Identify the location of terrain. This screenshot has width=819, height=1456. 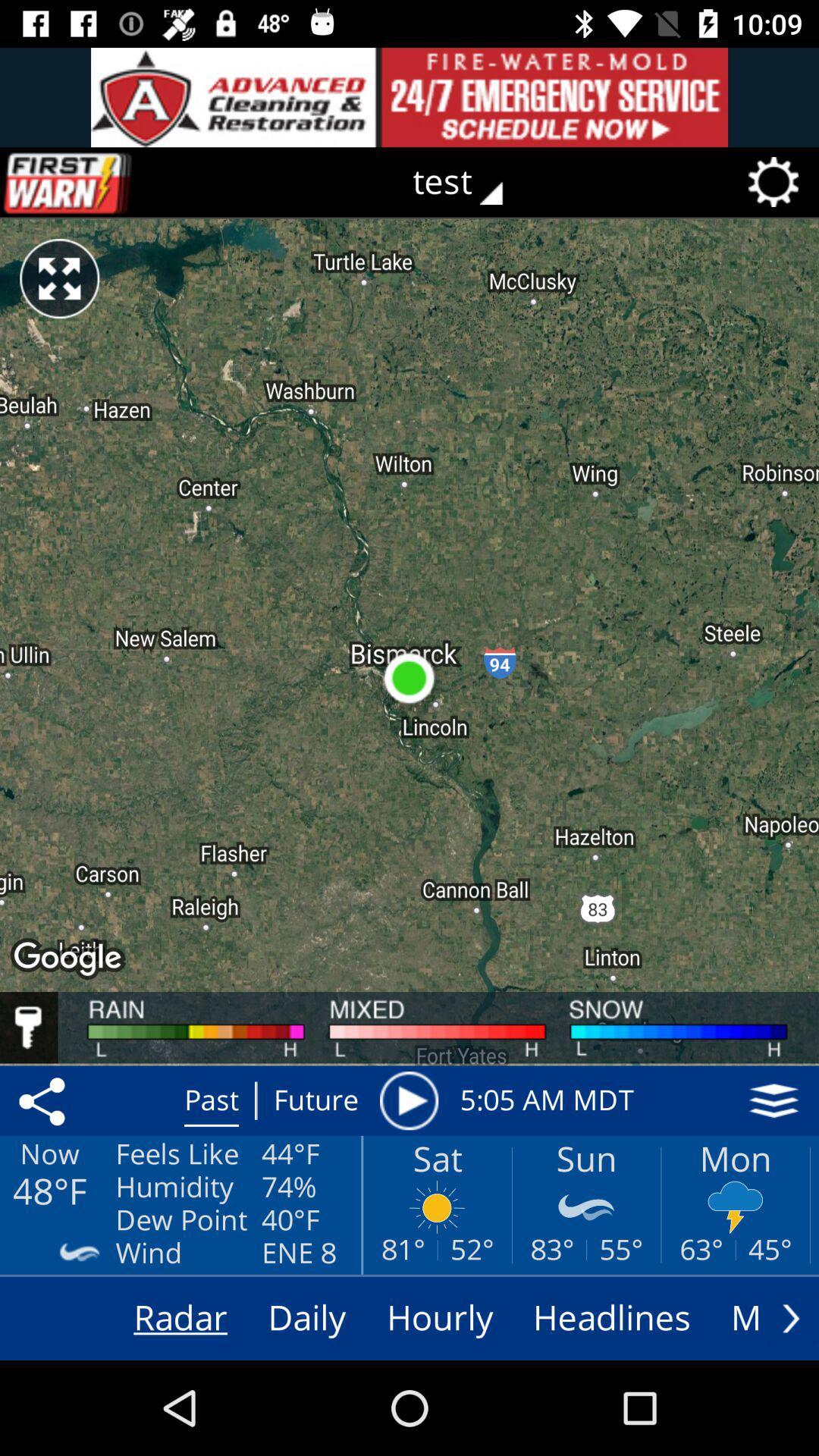
(773, 1100).